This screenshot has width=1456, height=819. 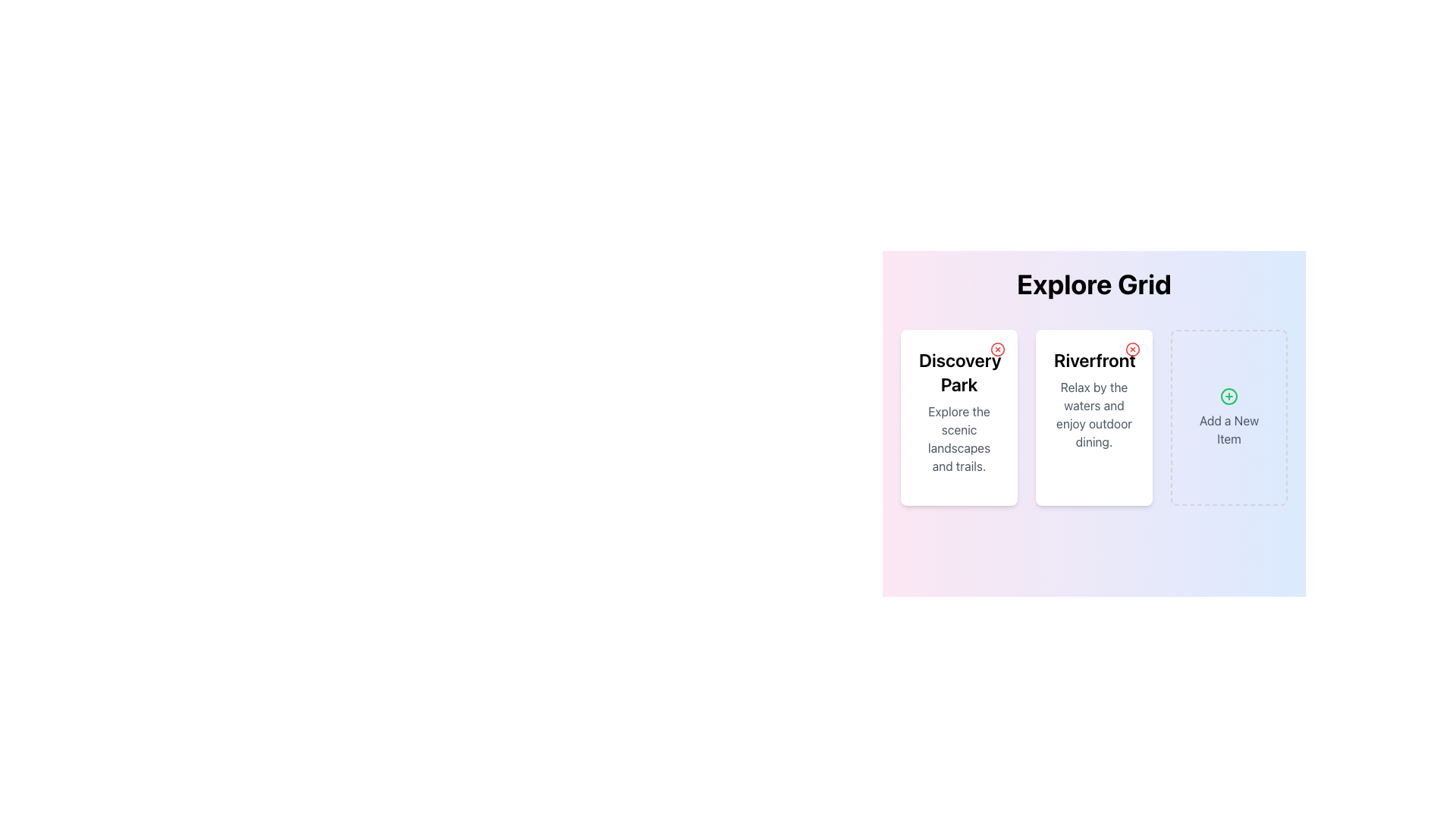 I want to click on the 'Close' button located in the top-right corner of the 'Discovery Park' card, so click(x=997, y=350).